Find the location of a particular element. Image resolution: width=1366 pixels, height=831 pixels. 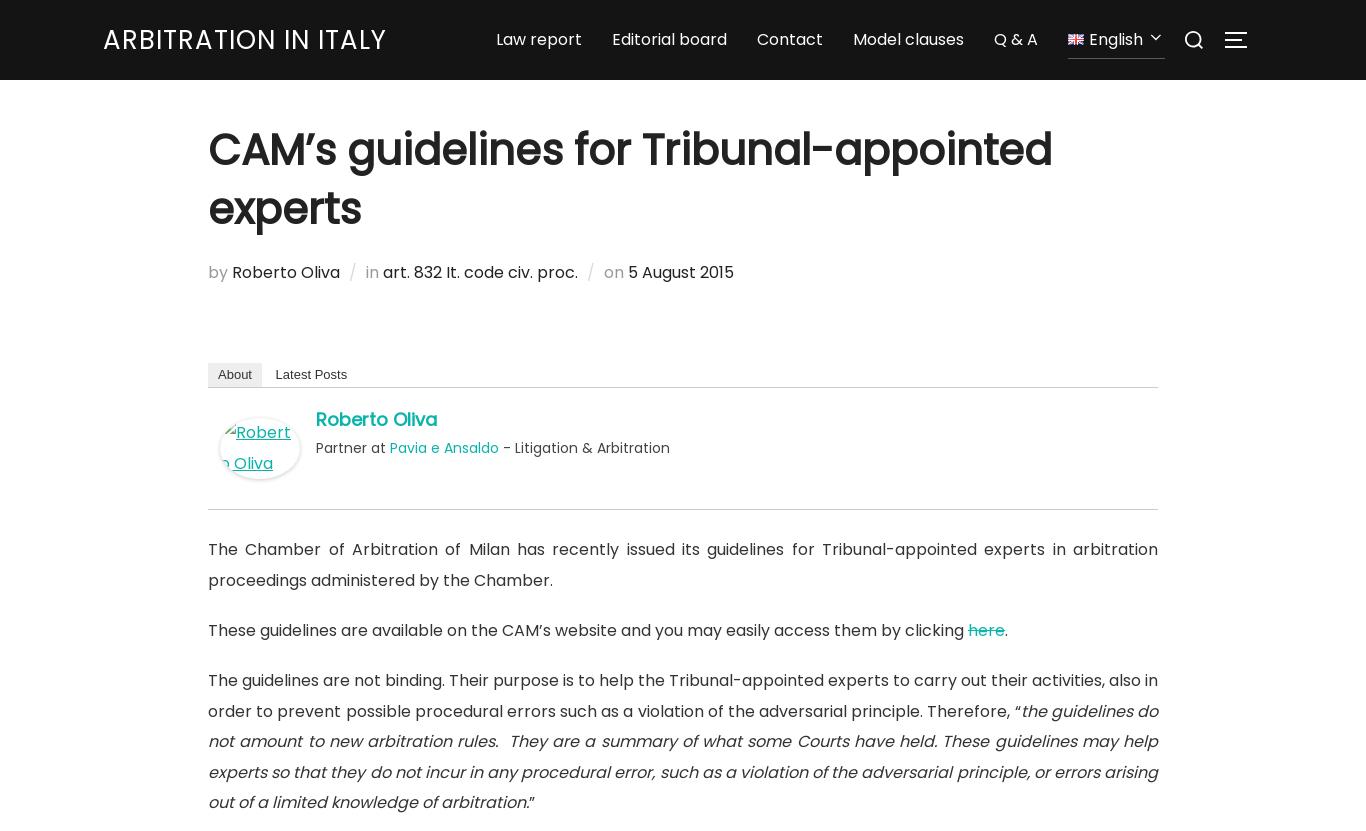

'art. 832 It. code civ. proc.' is located at coordinates (480, 271).